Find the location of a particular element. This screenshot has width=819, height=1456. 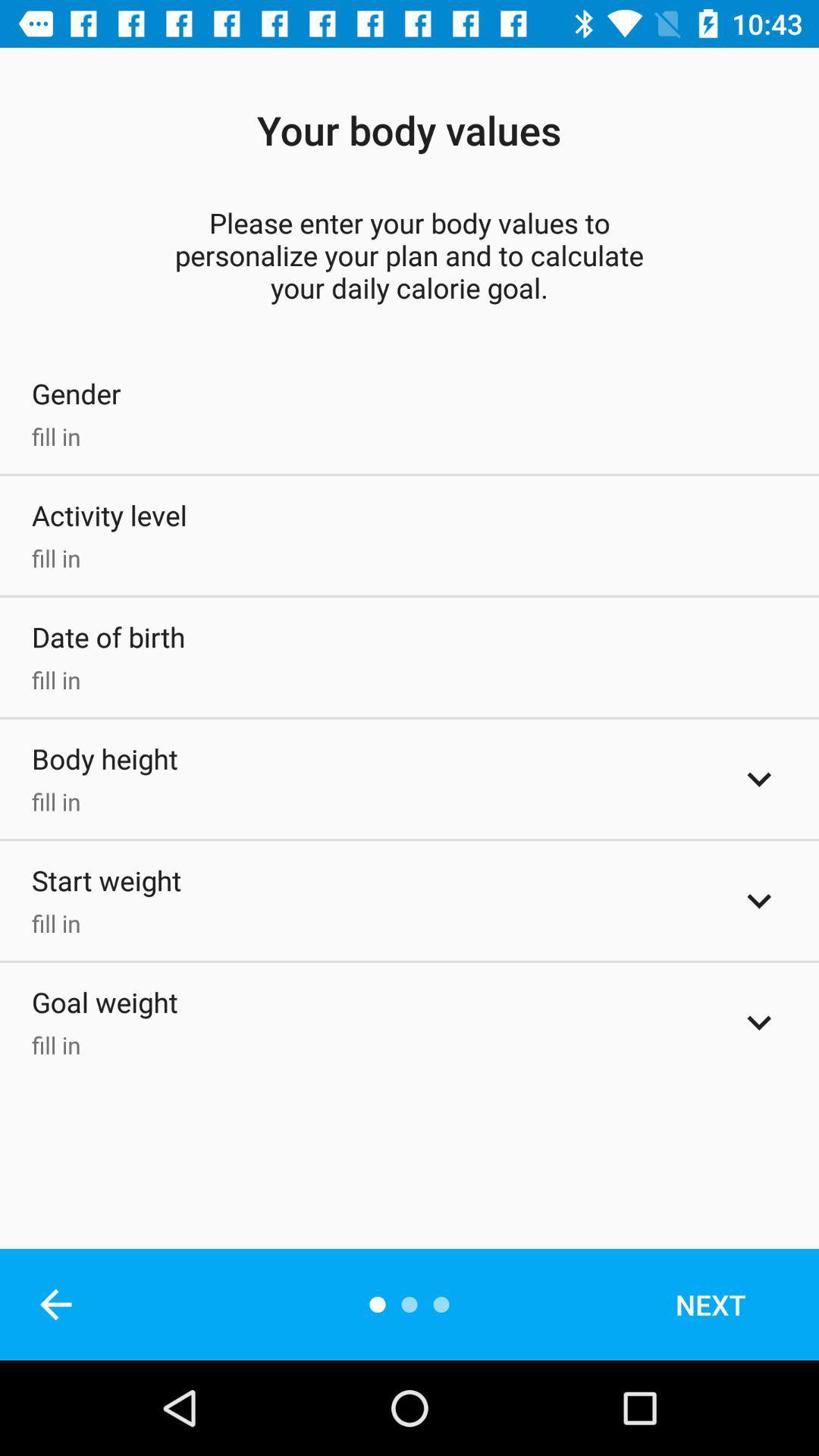

the arrow_backward icon is located at coordinates (55, 1304).